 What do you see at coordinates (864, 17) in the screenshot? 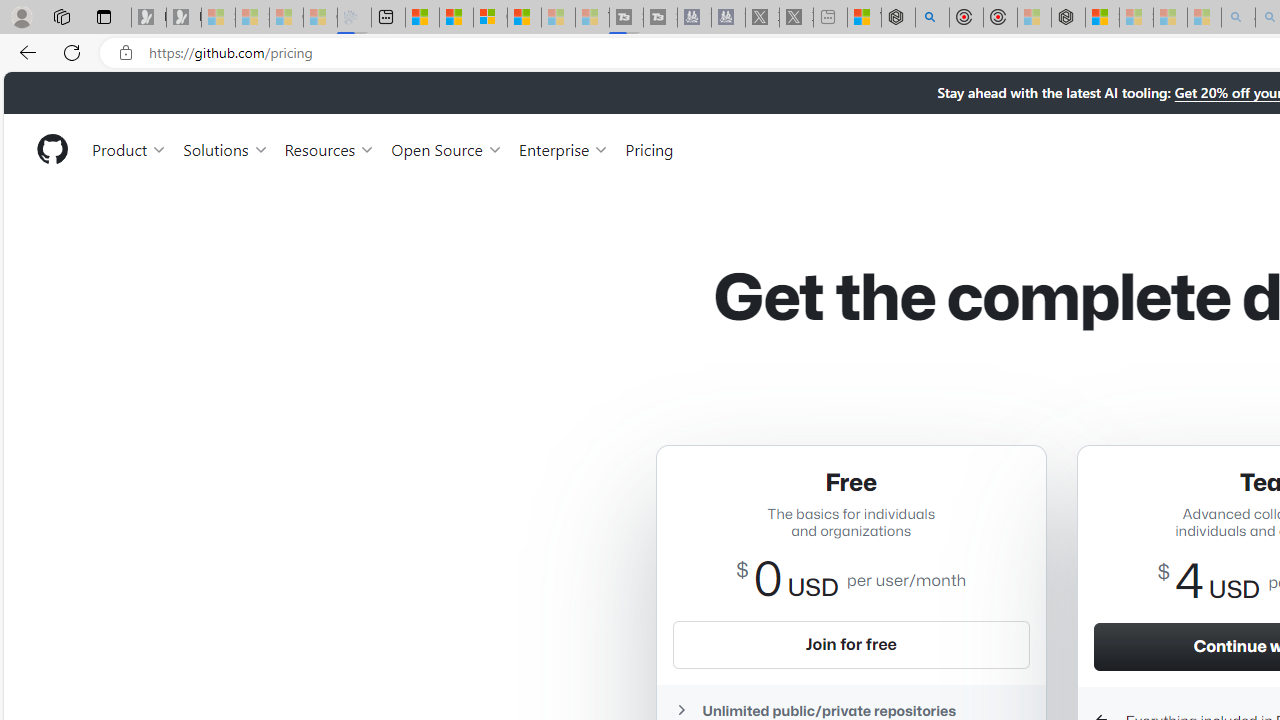
I see `'Wildlife - MSN'` at bounding box center [864, 17].